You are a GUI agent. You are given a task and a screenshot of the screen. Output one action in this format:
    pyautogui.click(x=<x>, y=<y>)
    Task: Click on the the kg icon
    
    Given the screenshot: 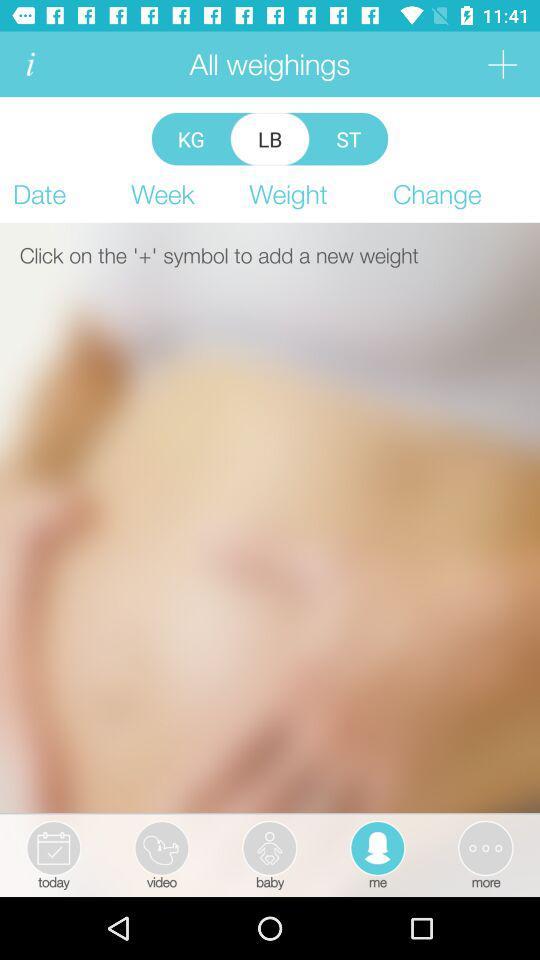 What is the action you would take?
    pyautogui.click(x=191, y=138)
    